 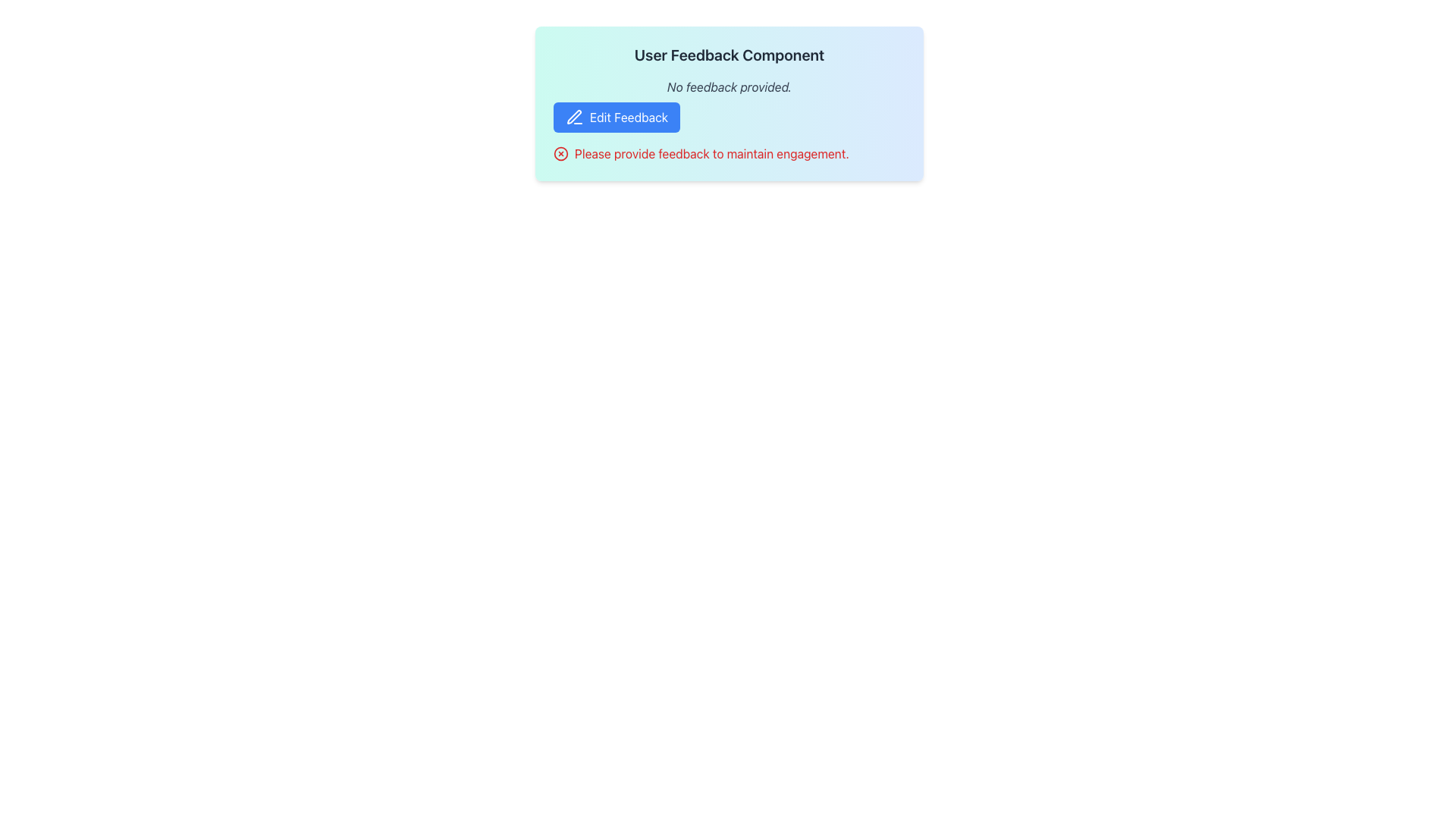 What do you see at coordinates (560, 154) in the screenshot?
I see `the red circular icon with a white cross inside, which is located next` at bounding box center [560, 154].